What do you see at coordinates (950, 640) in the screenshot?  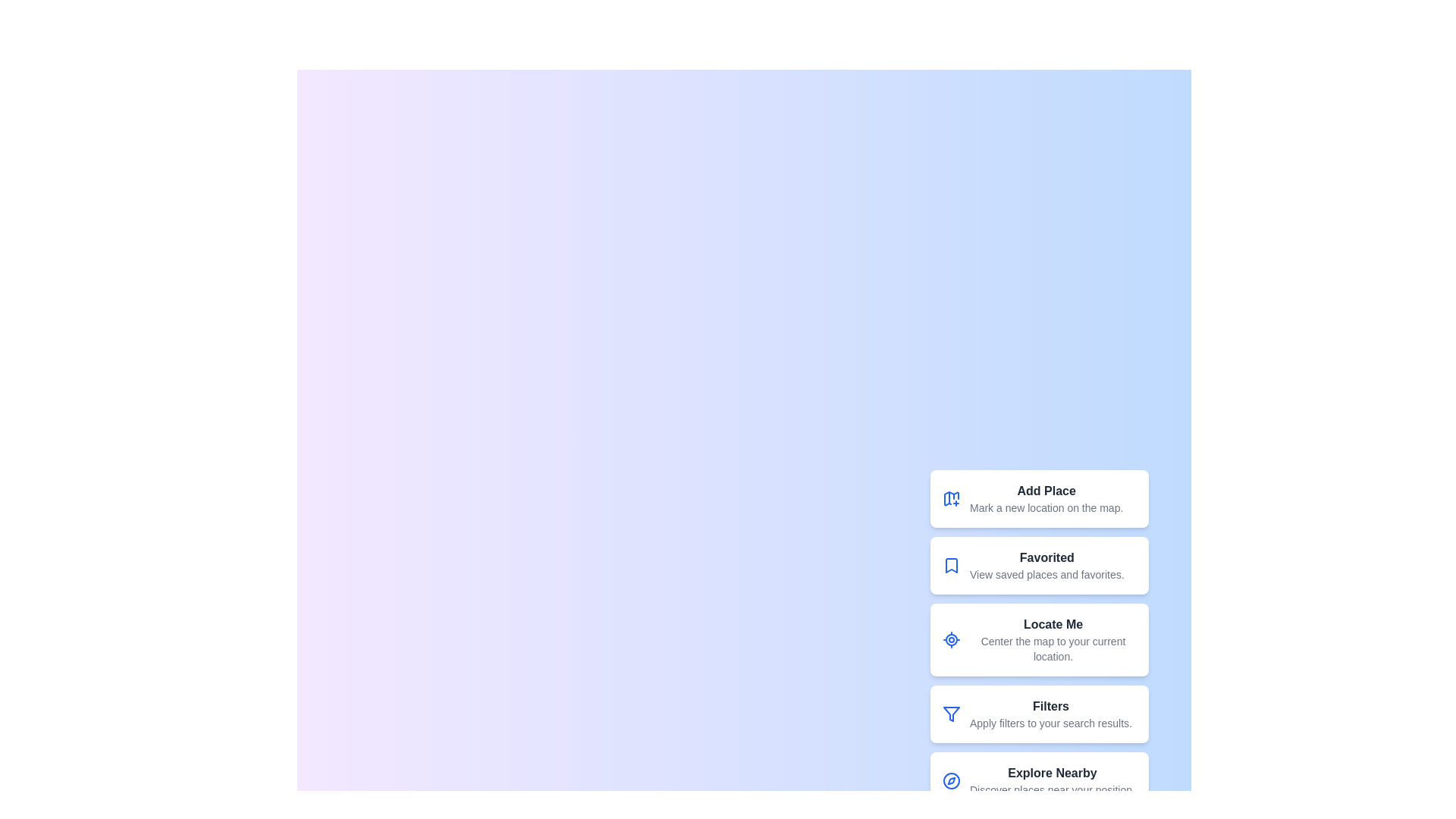 I see `the 'Locate Me' button to center the map to the user's current location` at bounding box center [950, 640].